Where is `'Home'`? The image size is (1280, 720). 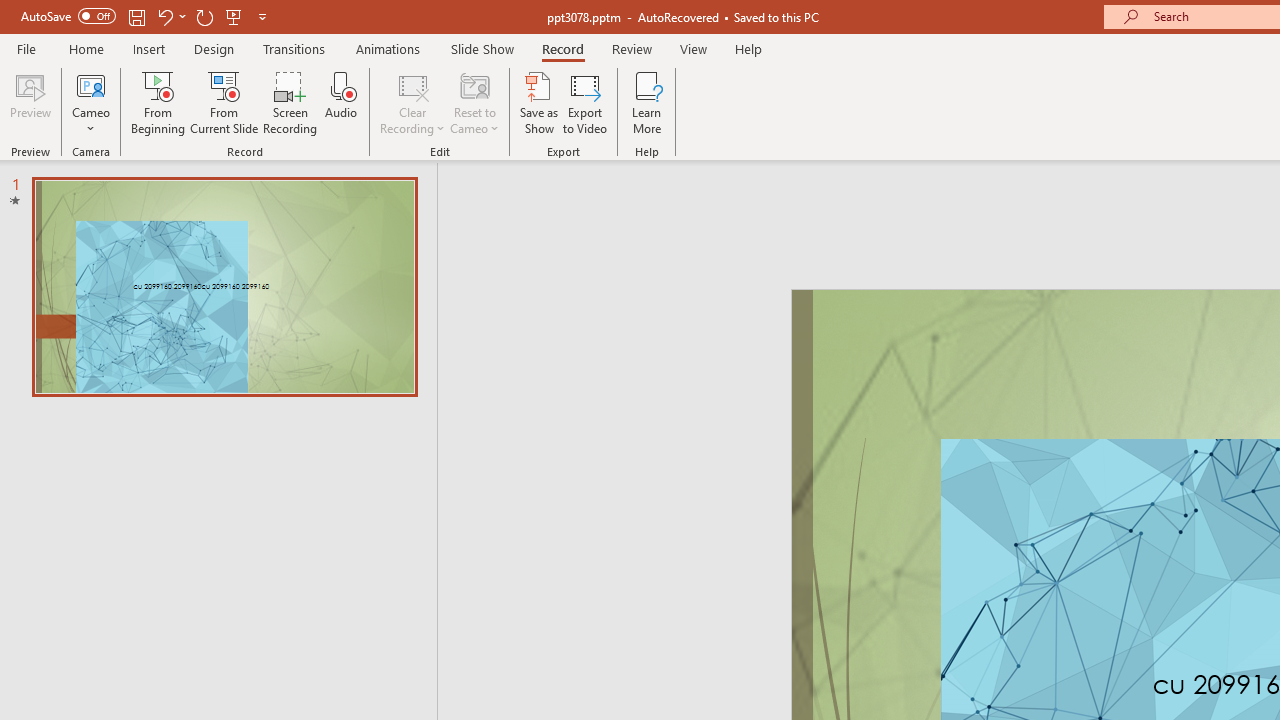 'Home' is located at coordinates (85, 48).